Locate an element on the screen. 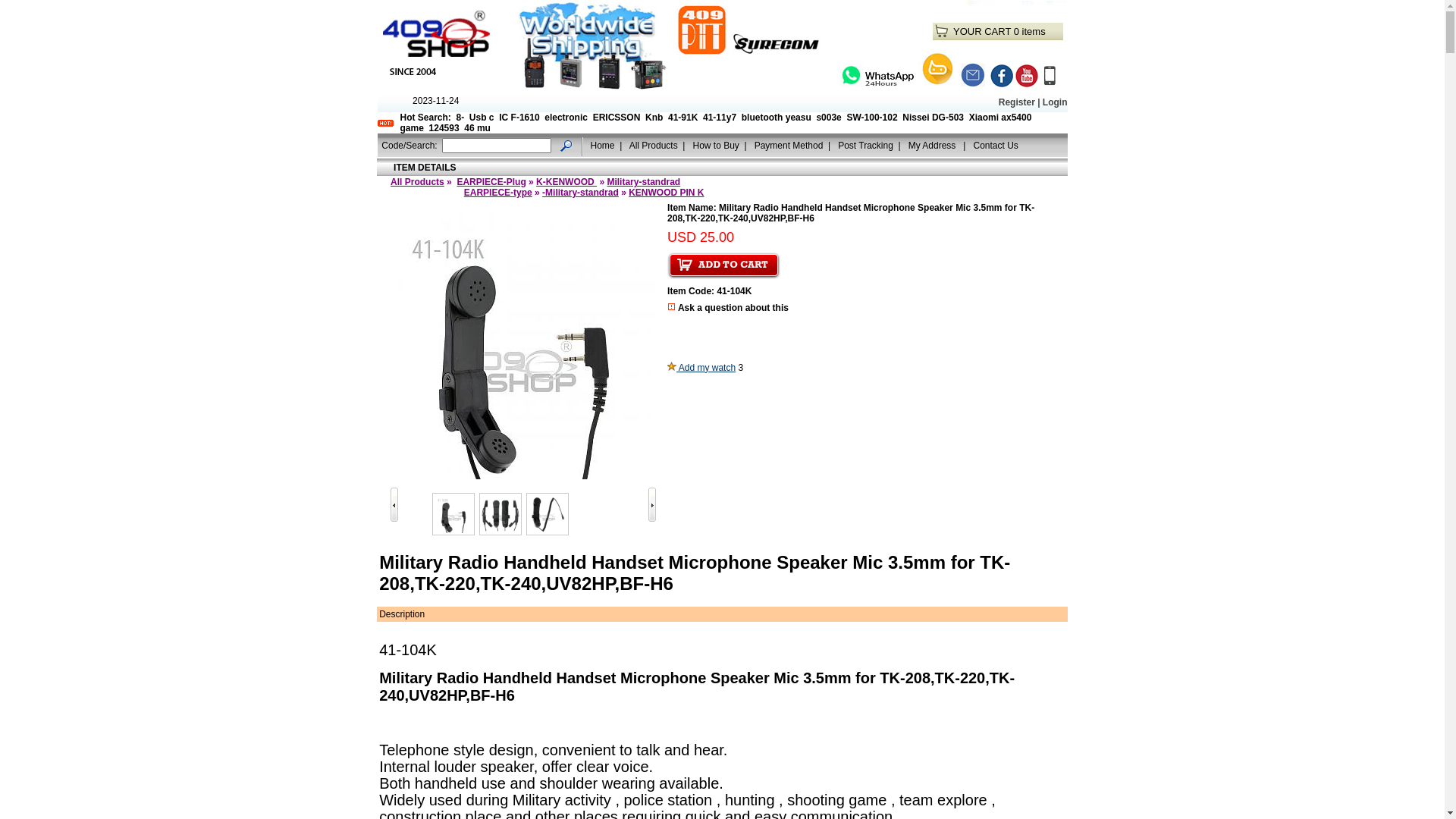  'K-KENWOOD' is located at coordinates (566, 180).